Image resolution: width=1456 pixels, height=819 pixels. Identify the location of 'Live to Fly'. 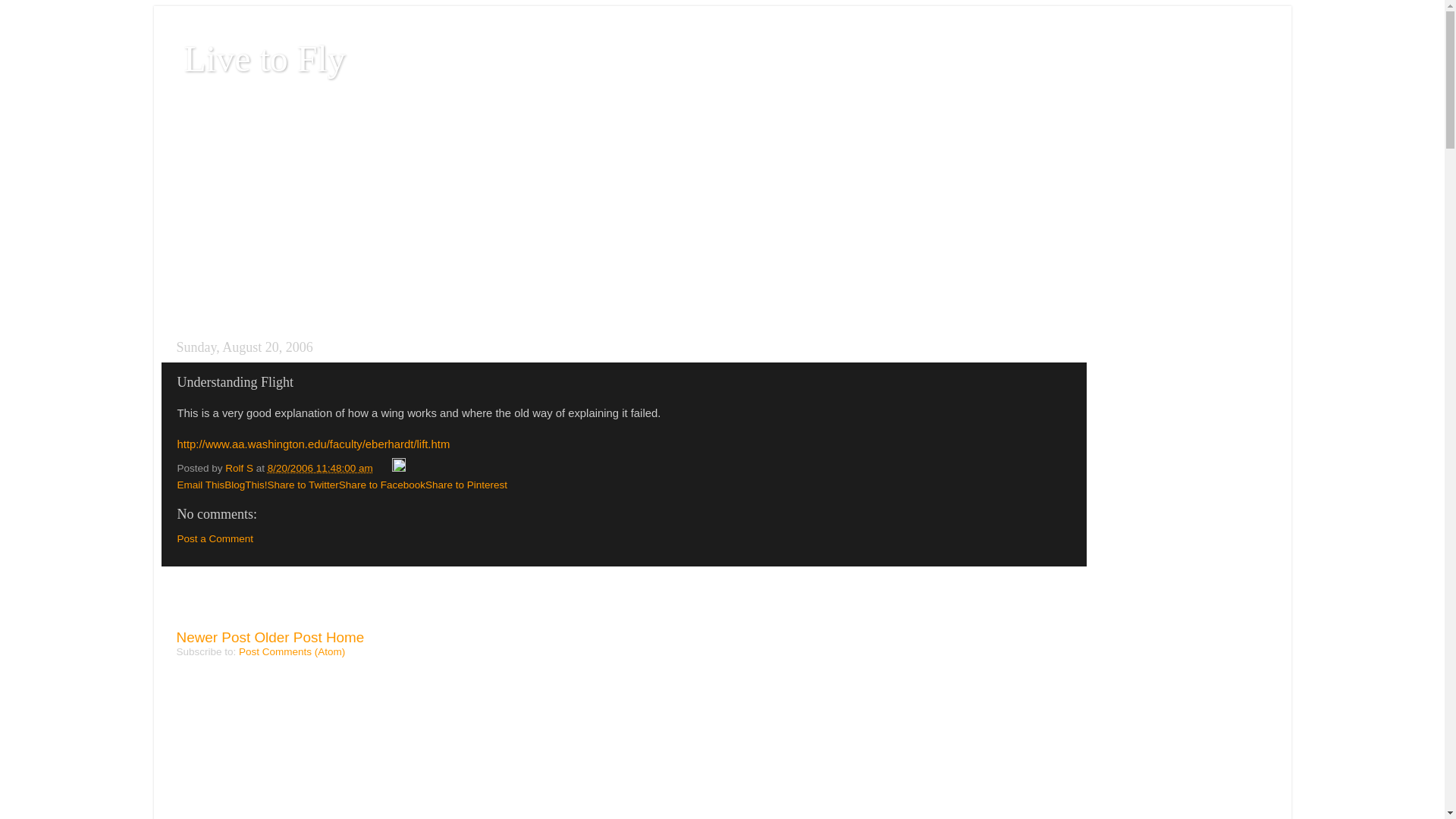
(264, 58).